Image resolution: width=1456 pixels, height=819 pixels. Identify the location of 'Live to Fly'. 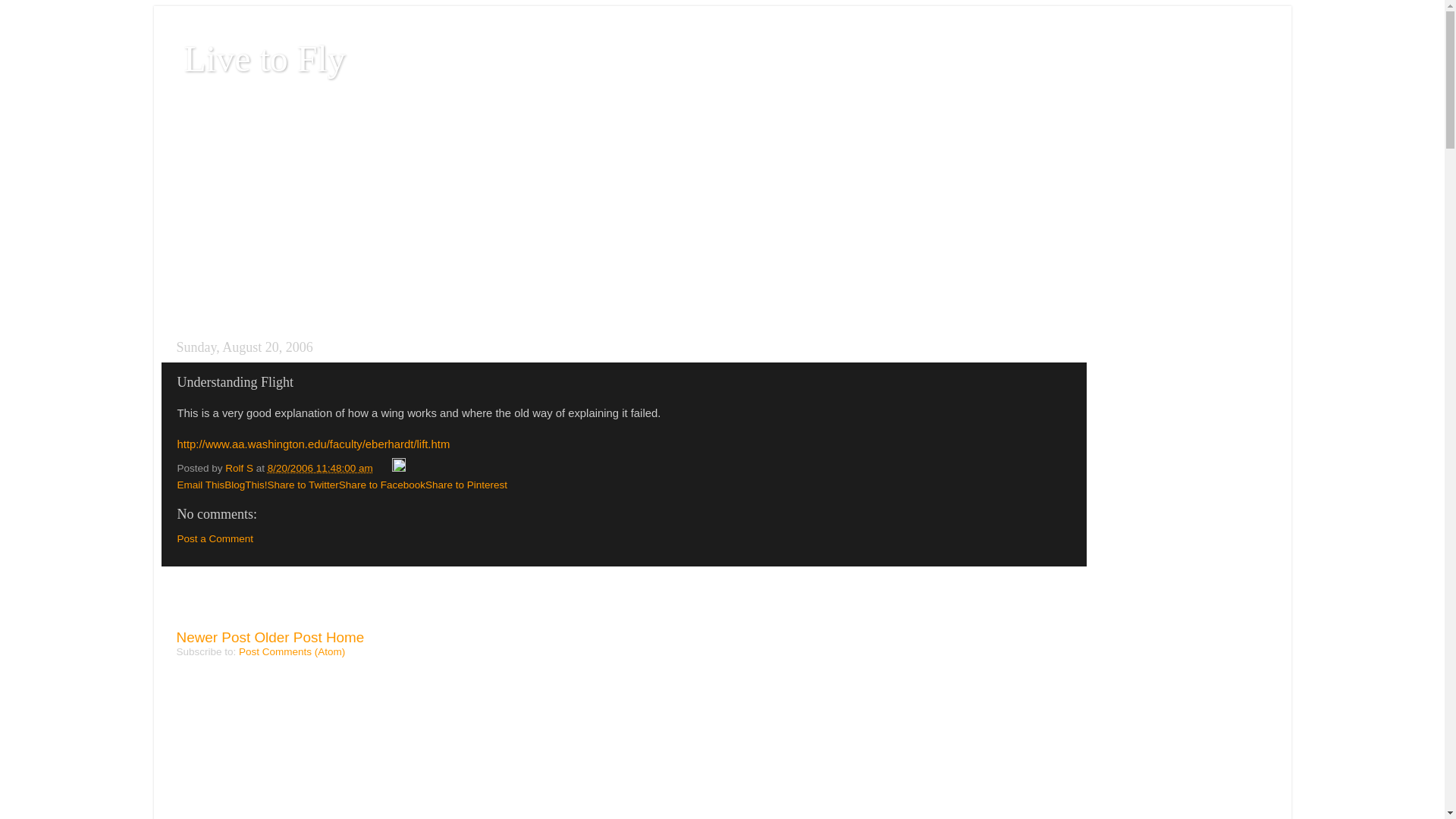
(264, 58).